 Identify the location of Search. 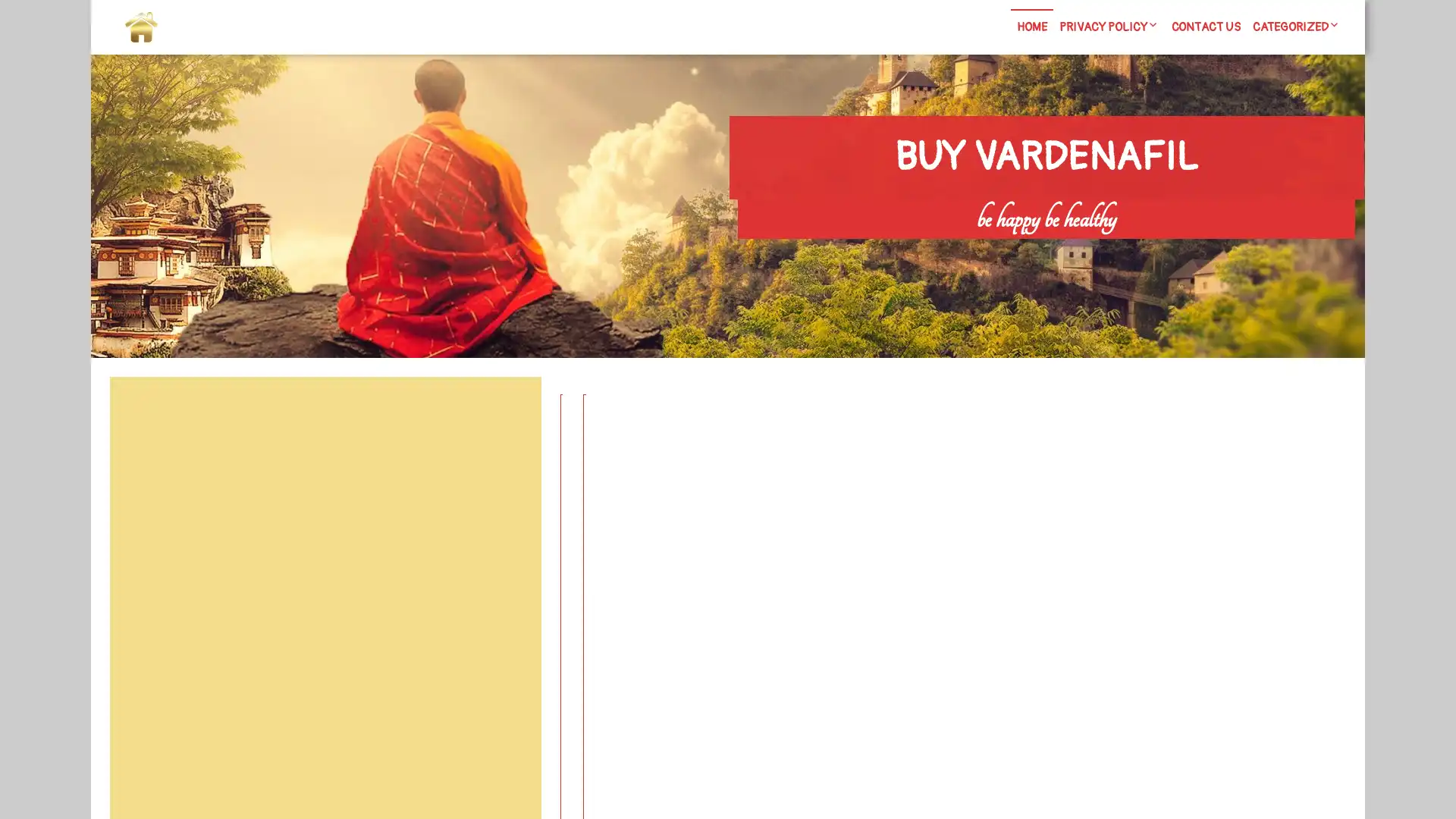
(1181, 248).